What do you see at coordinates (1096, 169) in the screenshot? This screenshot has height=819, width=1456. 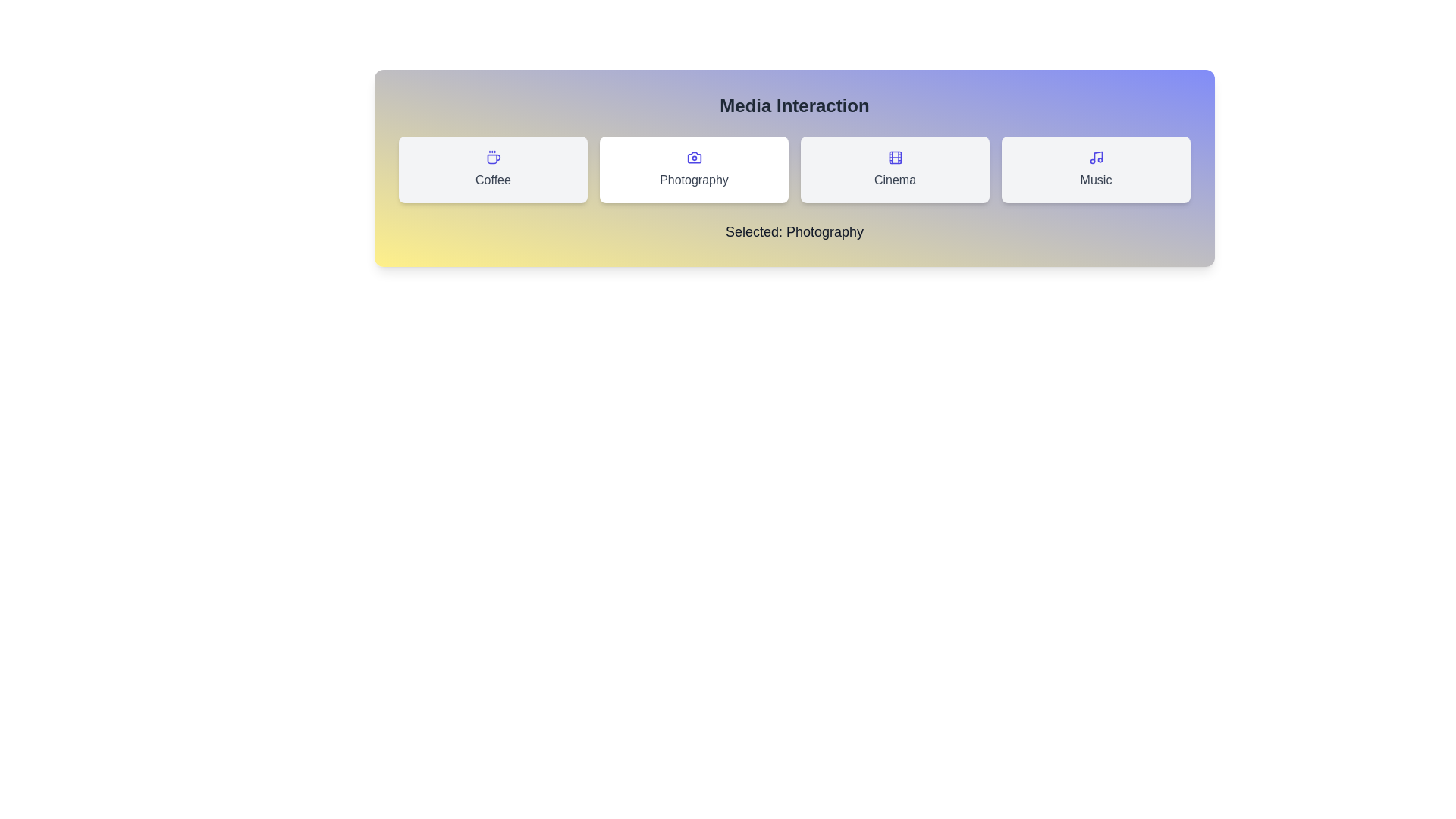 I see `the button labeled 'Music' located on the far right of the row of four buttons` at bounding box center [1096, 169].